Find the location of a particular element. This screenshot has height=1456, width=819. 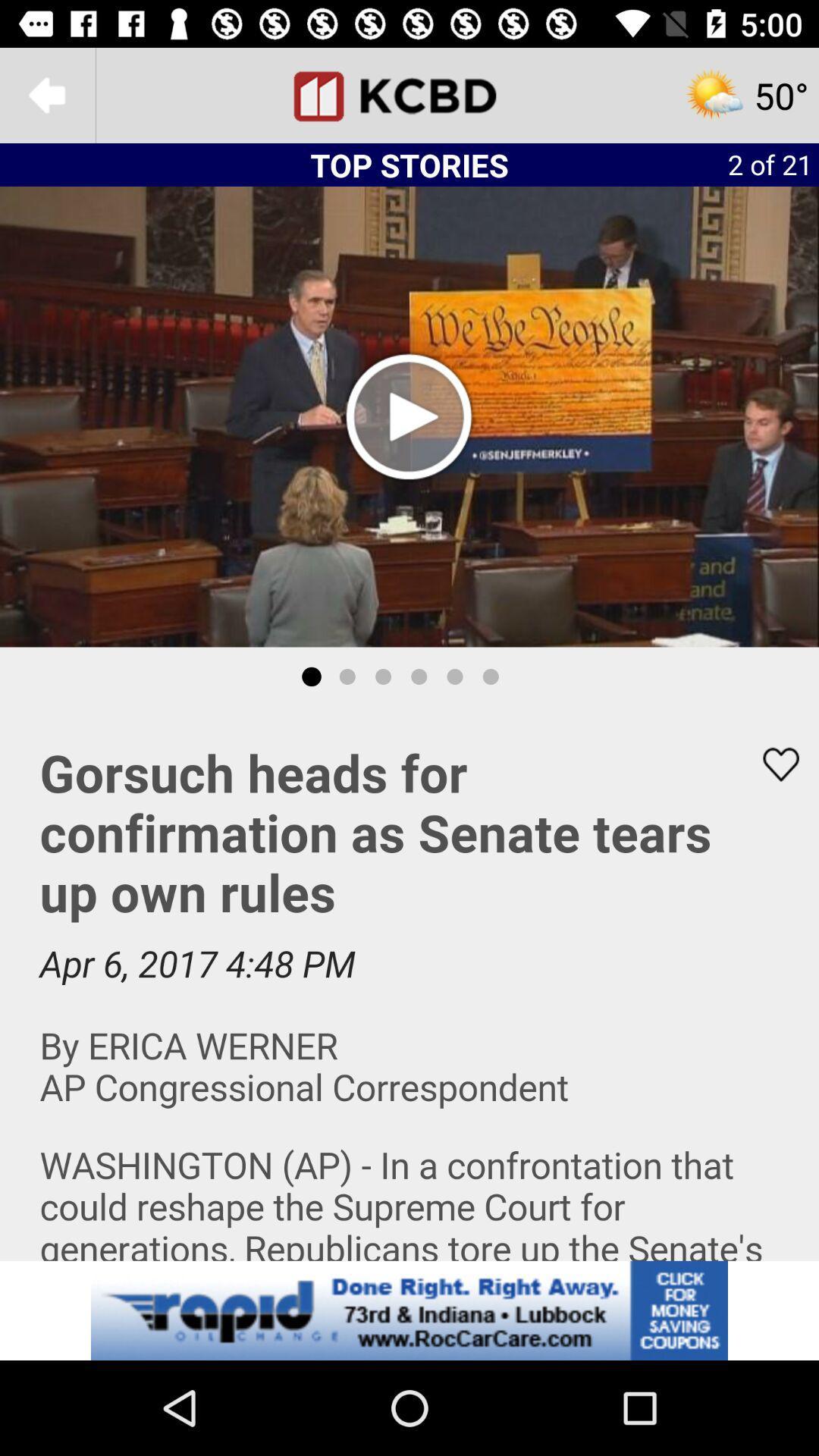

the favorite icon is located at coordinates (771, 764).